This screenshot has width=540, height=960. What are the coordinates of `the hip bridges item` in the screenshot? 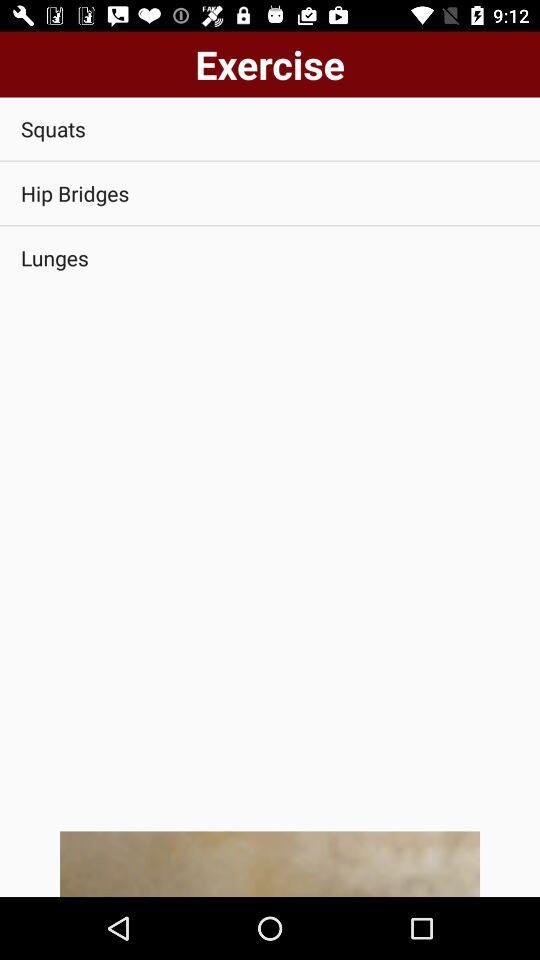 It's located at (270, 193).